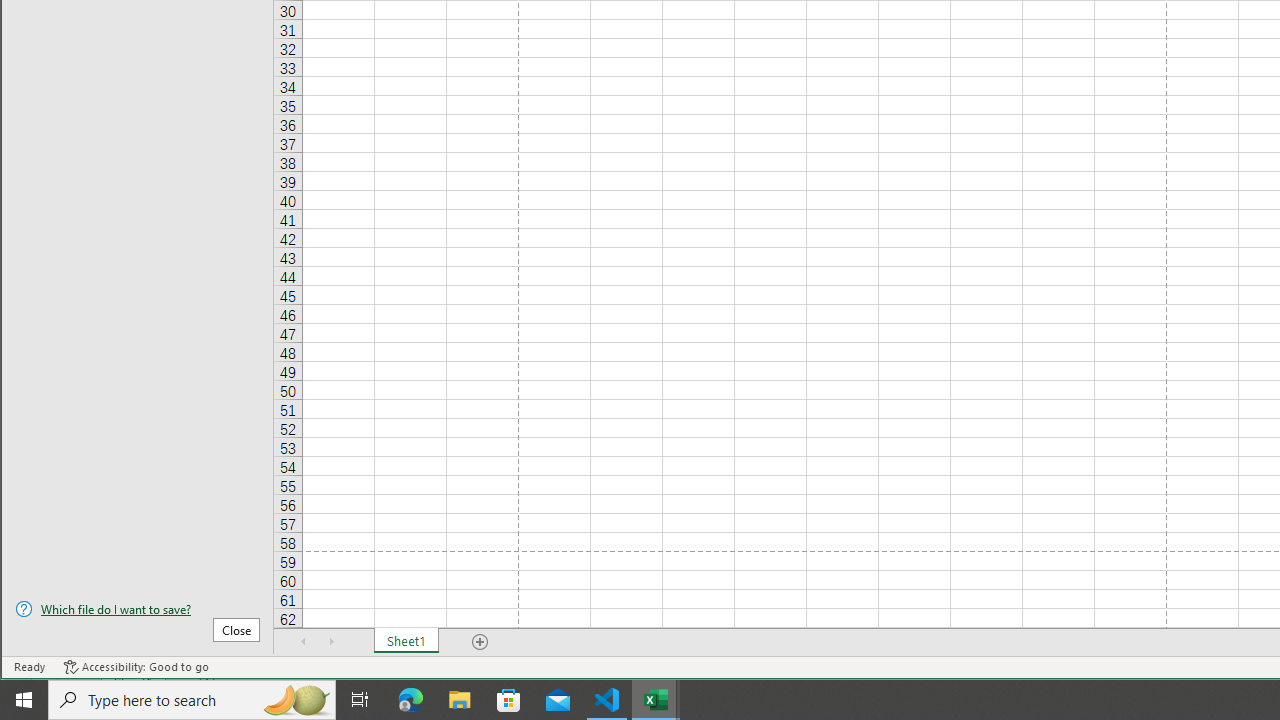 Image resolution: width=1280 pixels, height=720 pixels. Describe the element at coordinates (509, 698) in the screenshot. I see `'Microsoft Store'` at that location.